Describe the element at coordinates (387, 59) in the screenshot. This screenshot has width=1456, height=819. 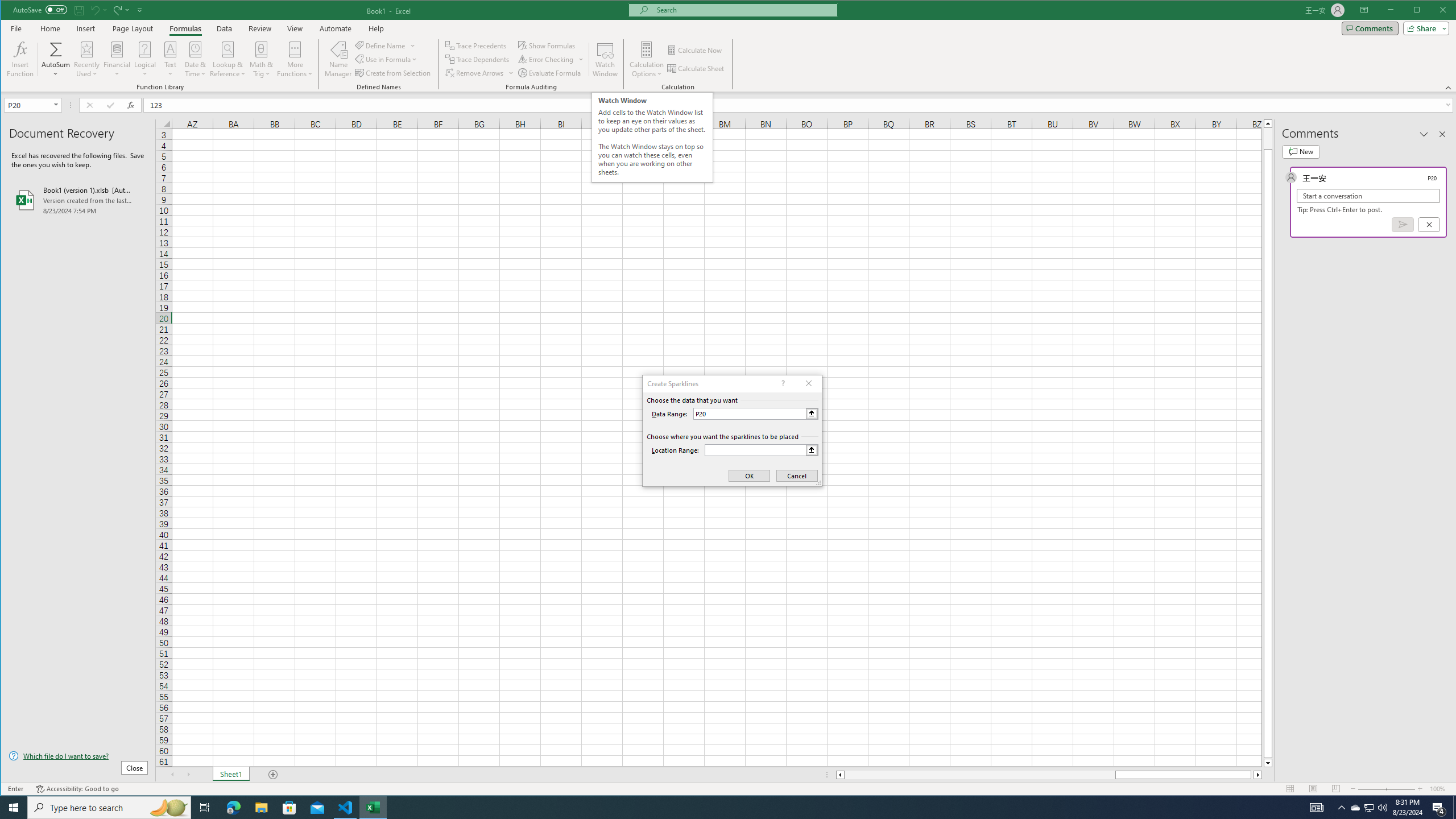
I see `'Use in Formula'` at that location.